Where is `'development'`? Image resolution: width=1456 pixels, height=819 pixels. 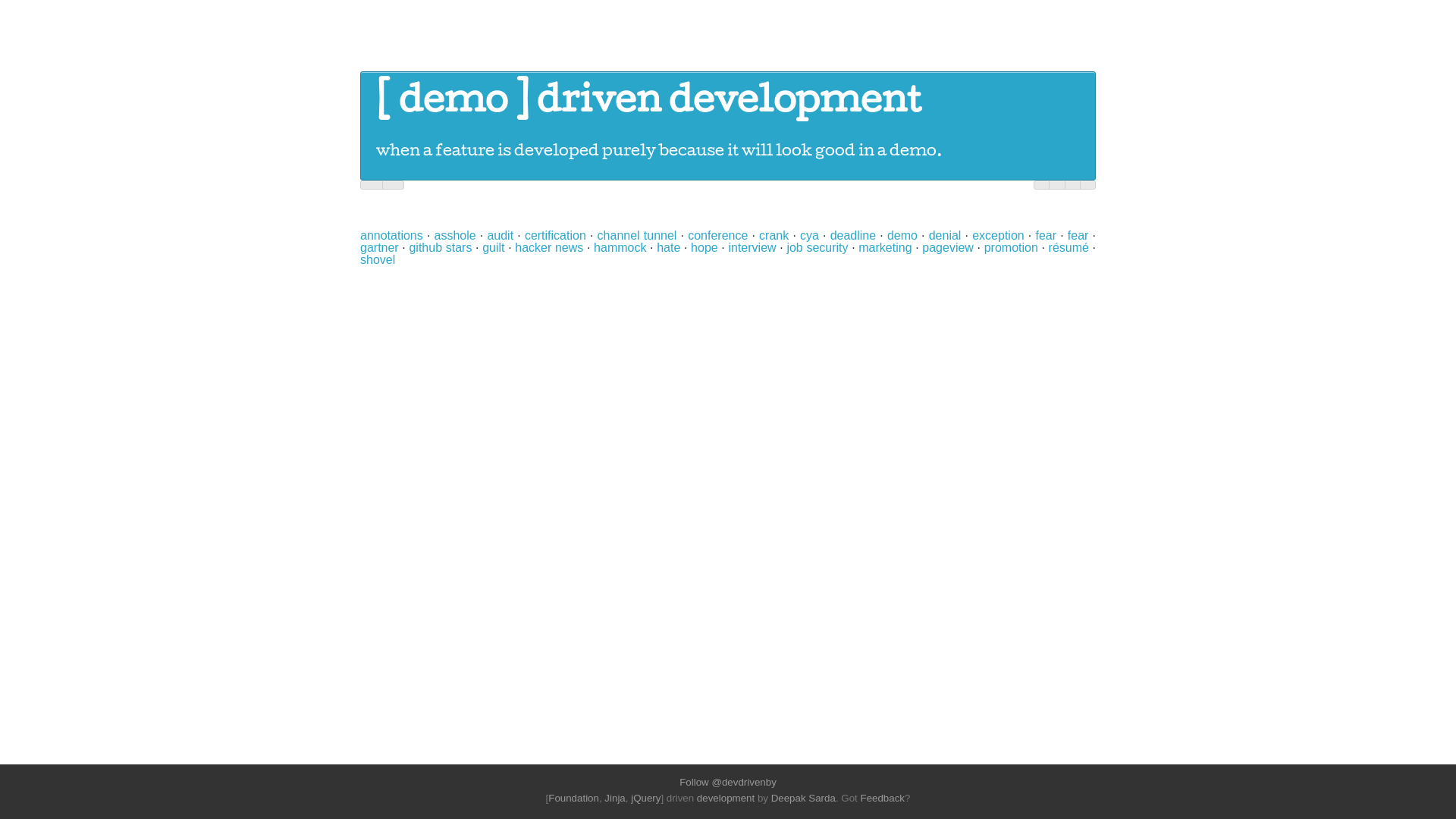
'development' is located at coordinates (724, 797).